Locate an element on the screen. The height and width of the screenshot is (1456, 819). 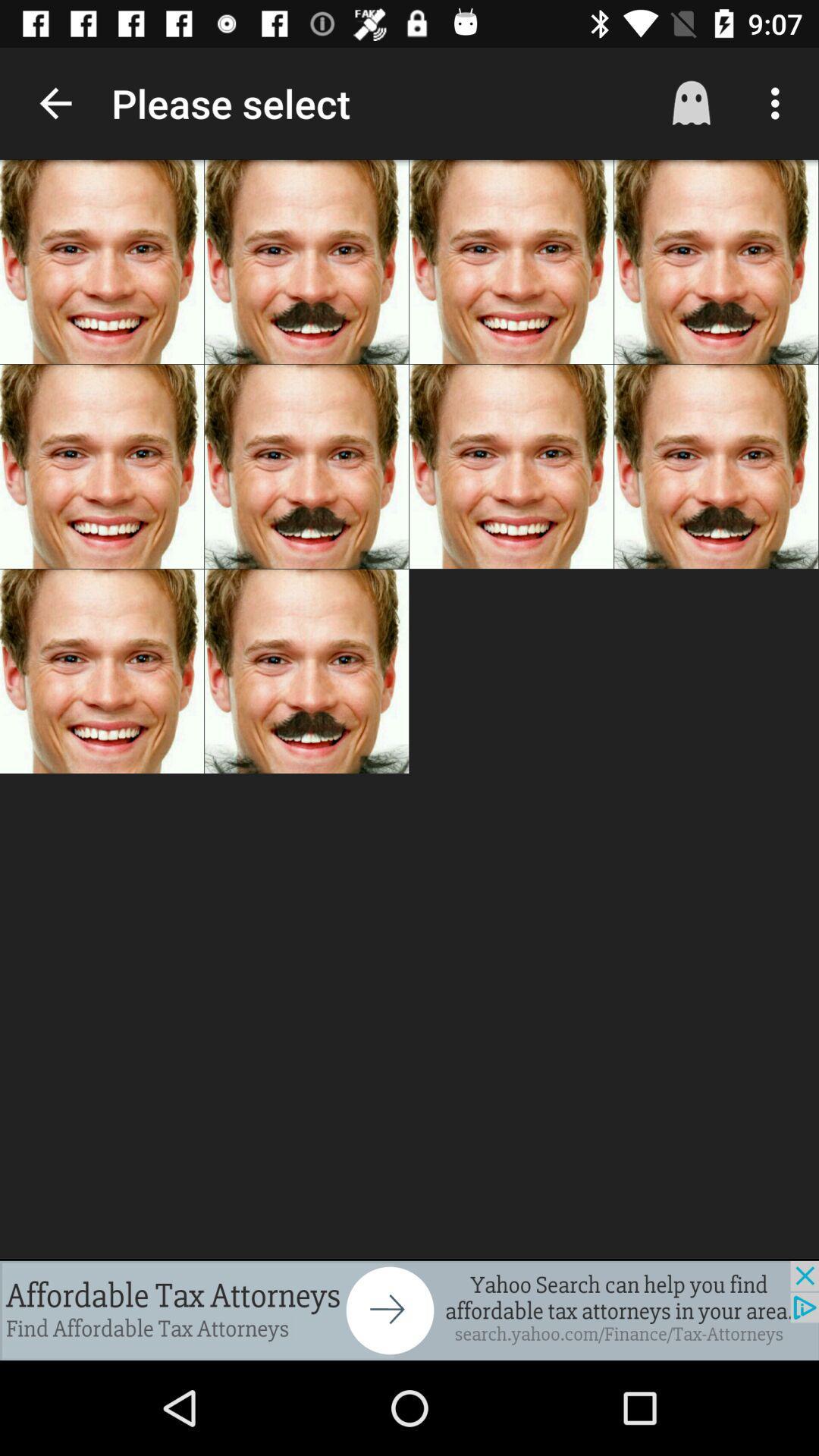
the sixth image is located at coordinates (306, 466).